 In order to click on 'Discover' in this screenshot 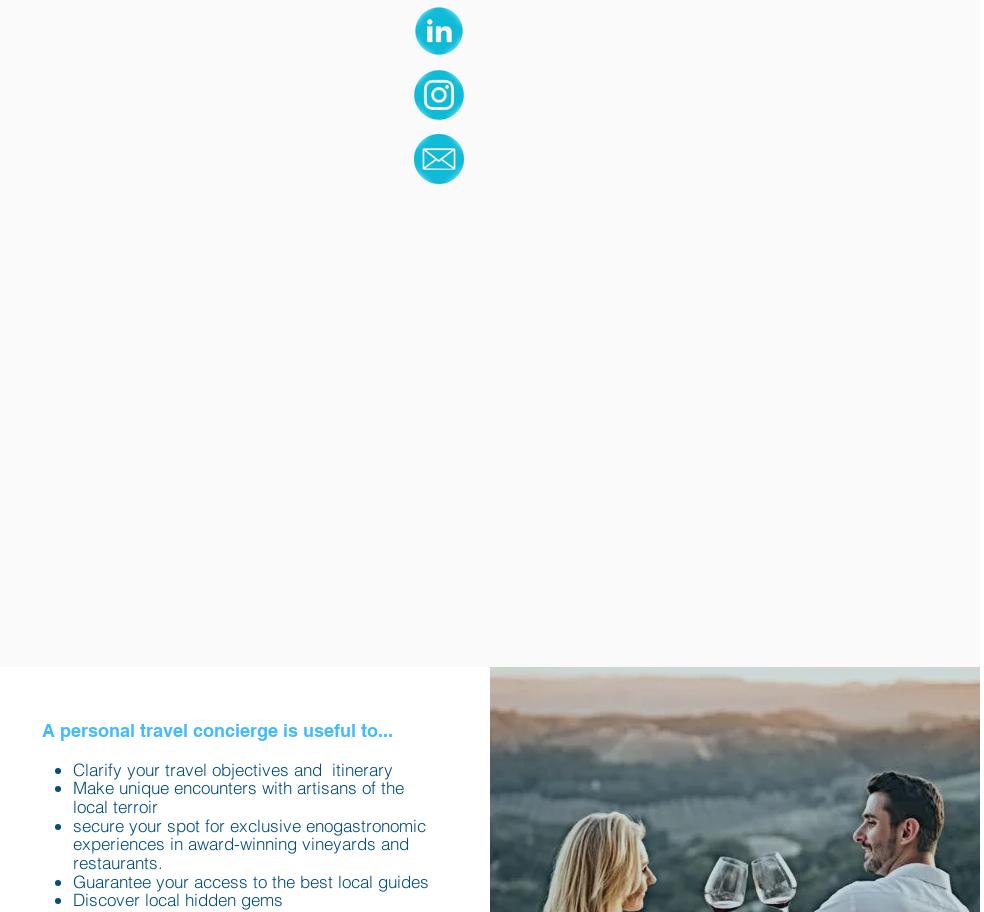, I will do `click(104, 898)`.